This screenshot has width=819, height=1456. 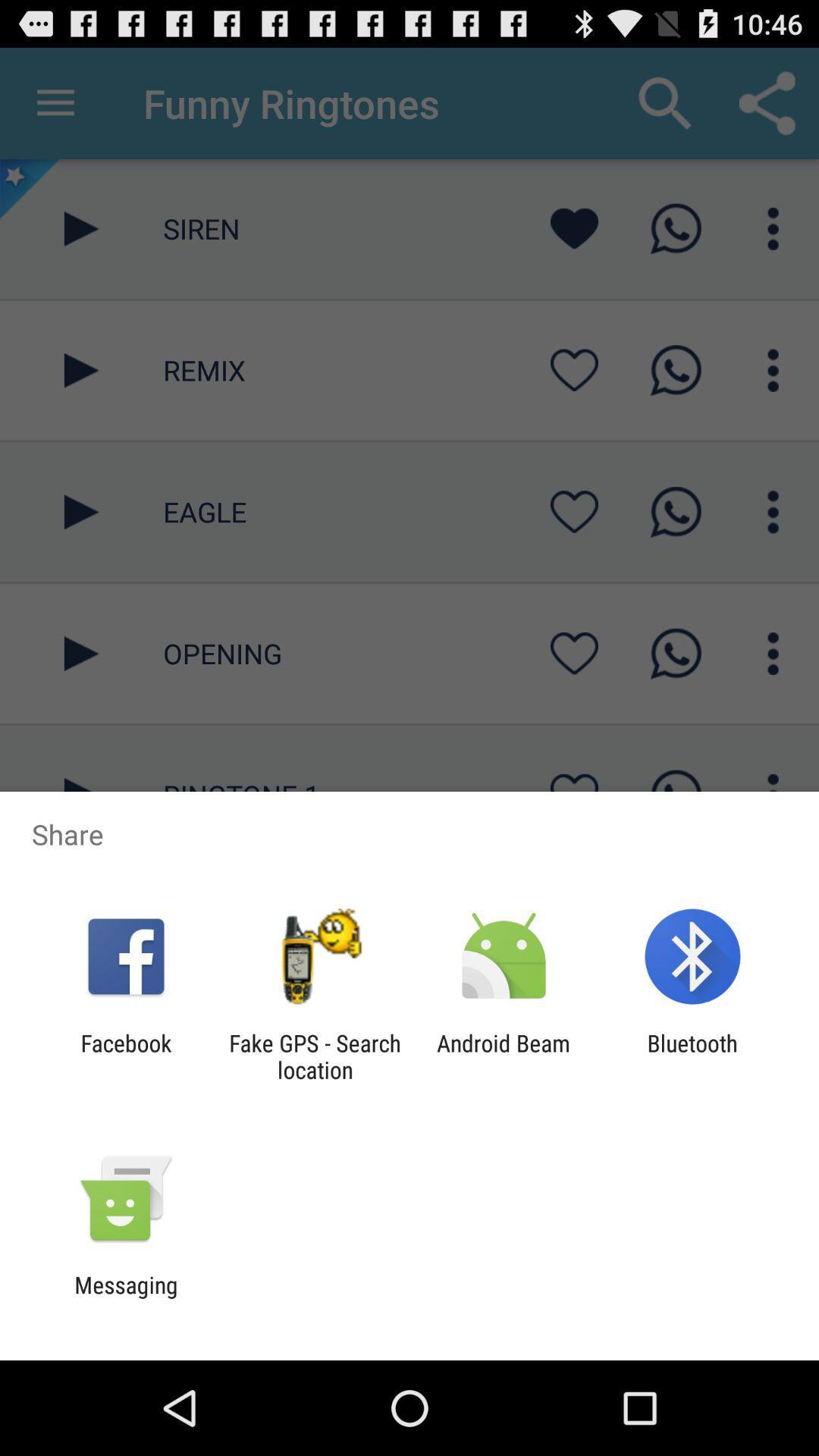 I want to click on the item next to the android beam app, so click(x=314, y=1056).